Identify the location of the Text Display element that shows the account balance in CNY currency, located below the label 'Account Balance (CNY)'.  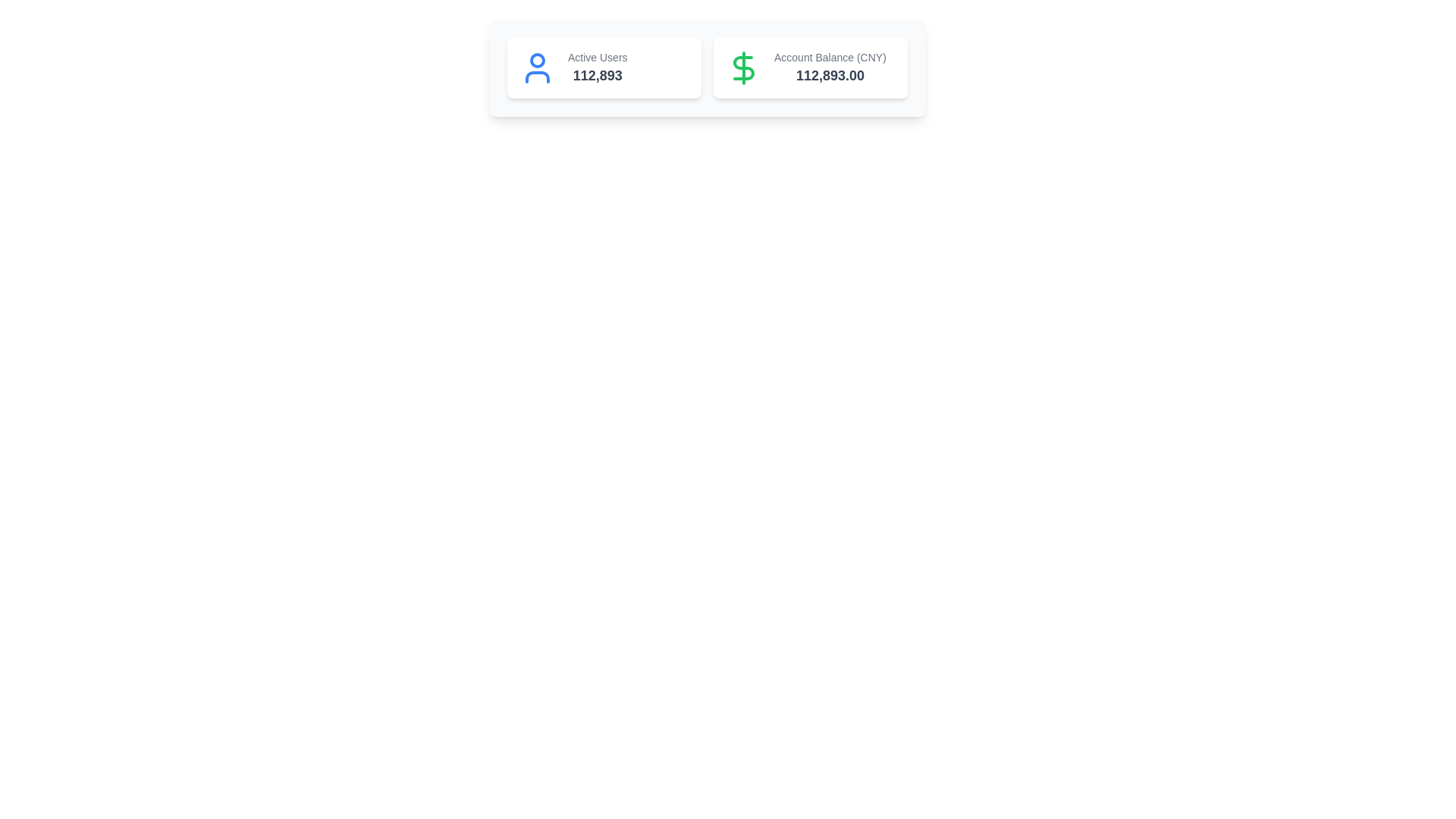
(829, 76).